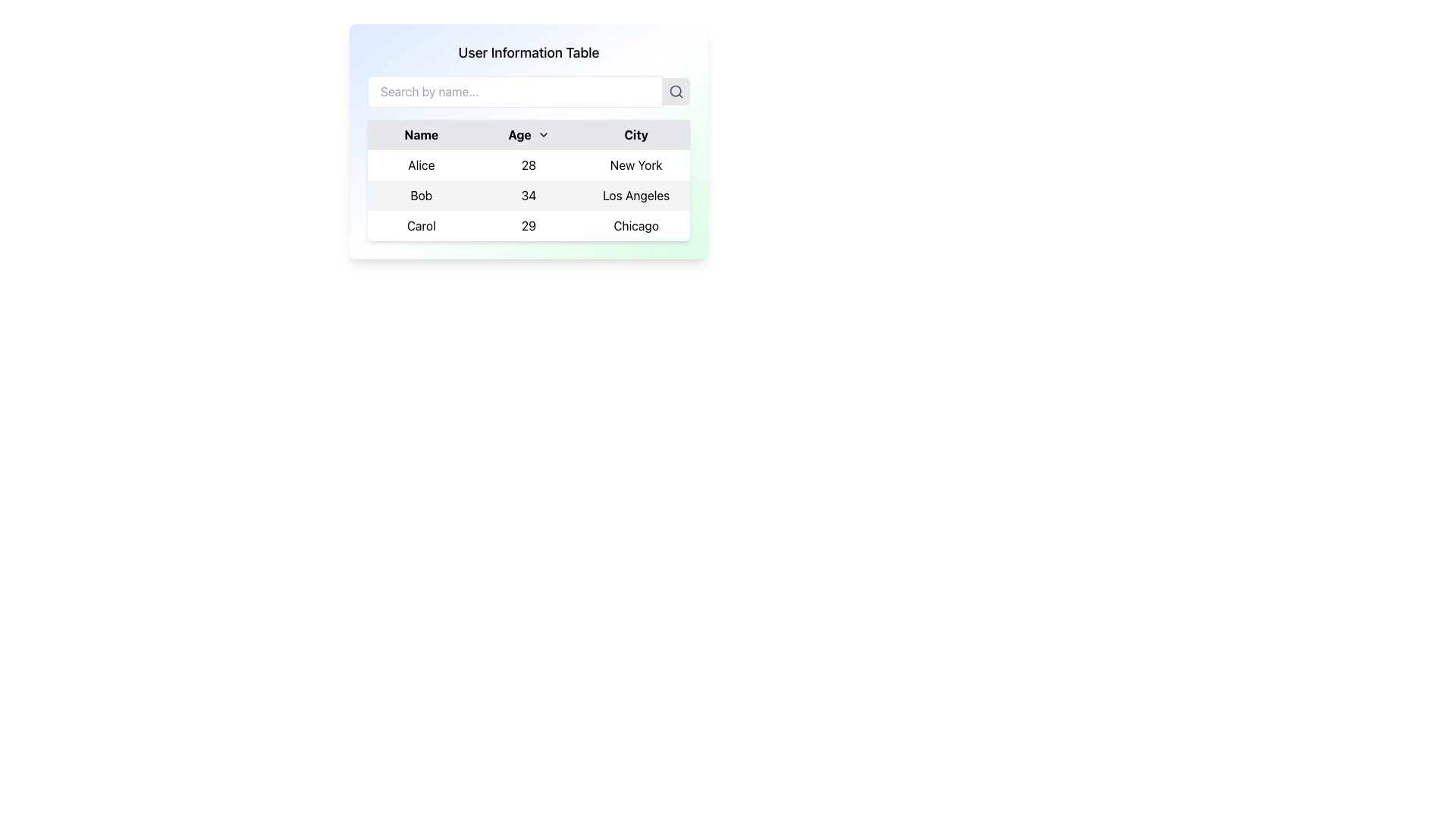 The image size is (1456, 819). Describe the element at coordinates (529, 195) in the screenshot. I see `the static text element displaying 'Bob's age' in the summary table under the 'Age' column` at that location.